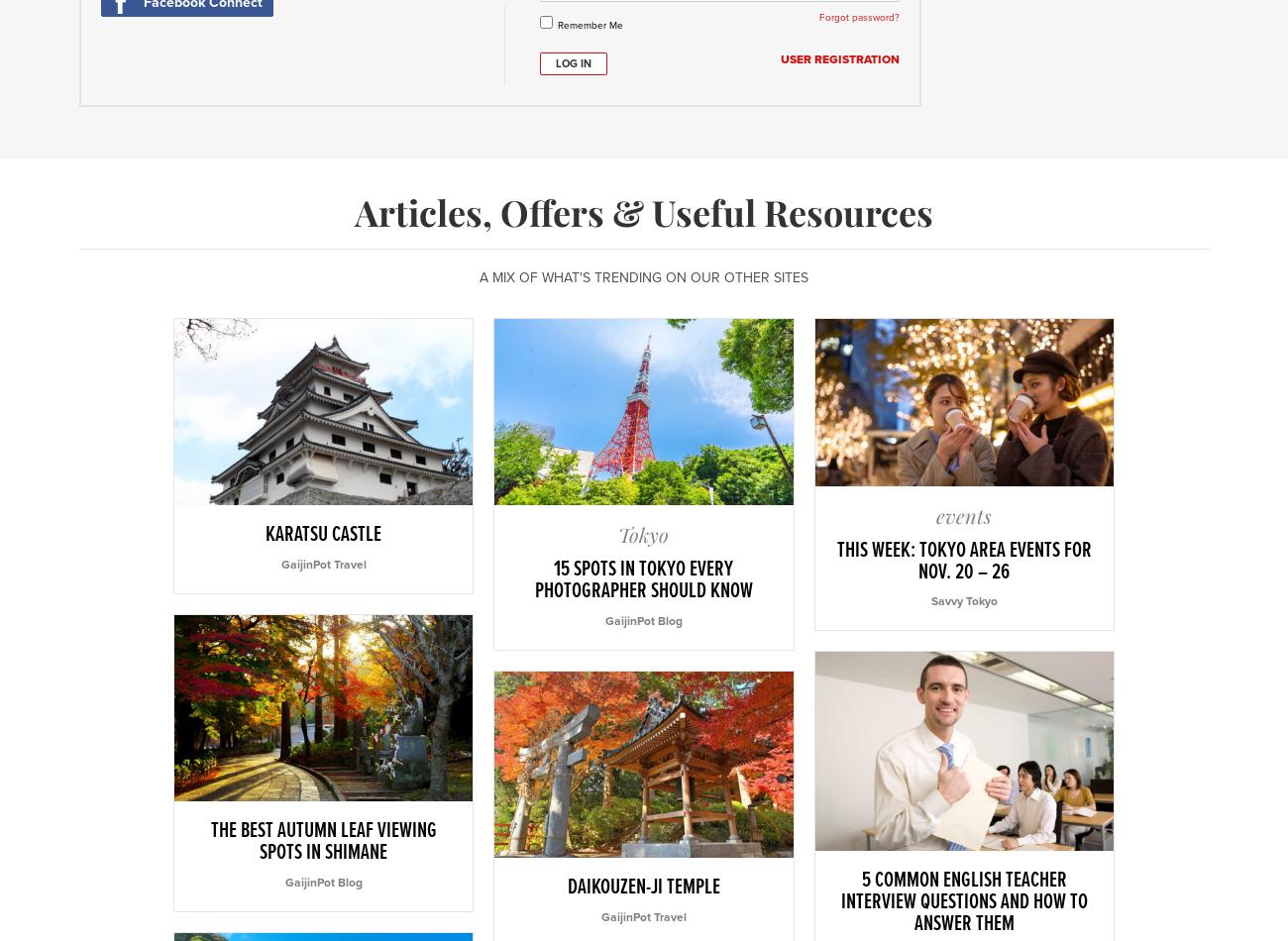  I want to click on 'This Week: Tokyo Area Events for Nov. 20 – 26', so click(963, 561).